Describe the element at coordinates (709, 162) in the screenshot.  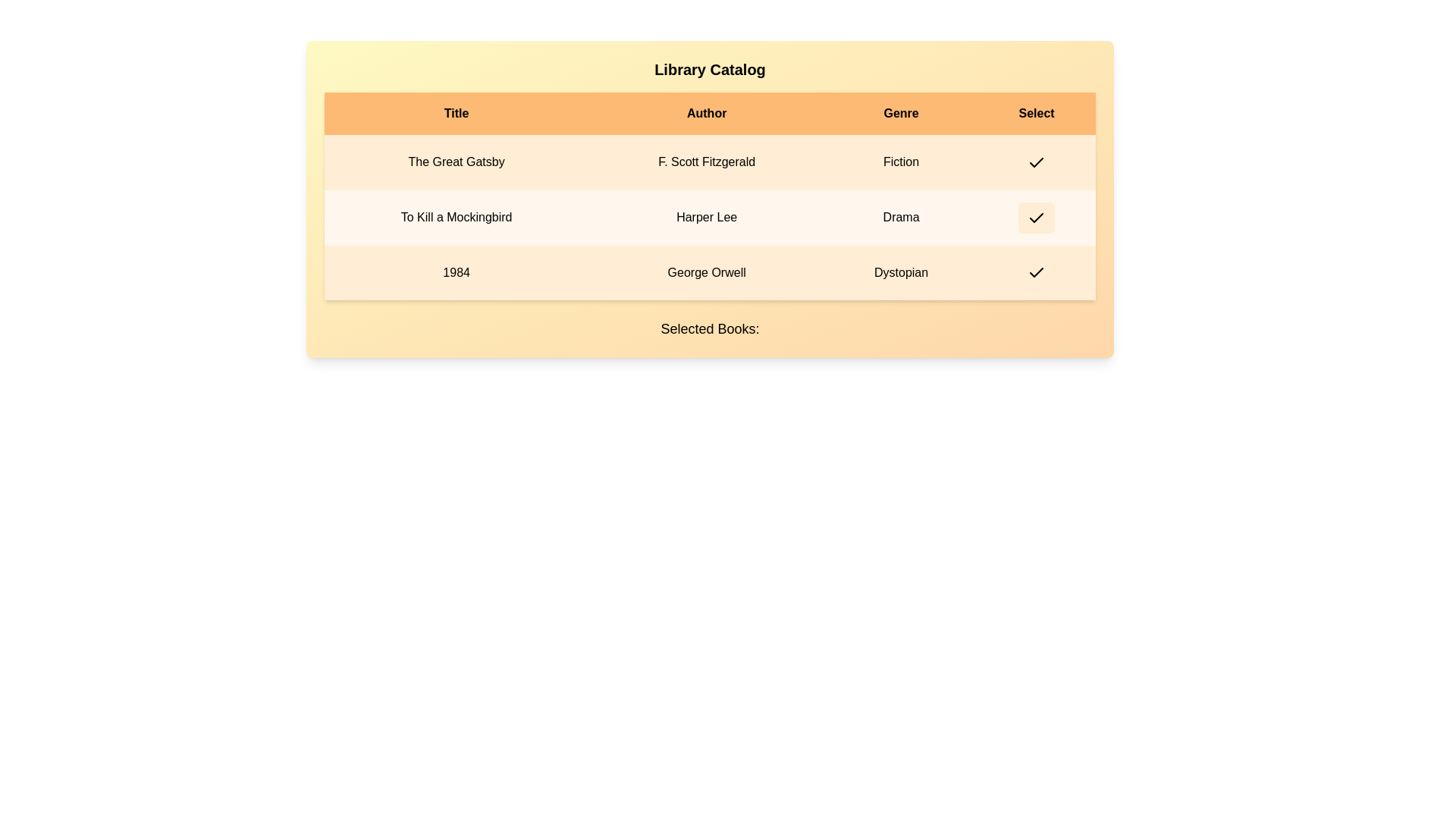
I see `the first row of the book details table containing 'The Great Gatsby'` at that location.